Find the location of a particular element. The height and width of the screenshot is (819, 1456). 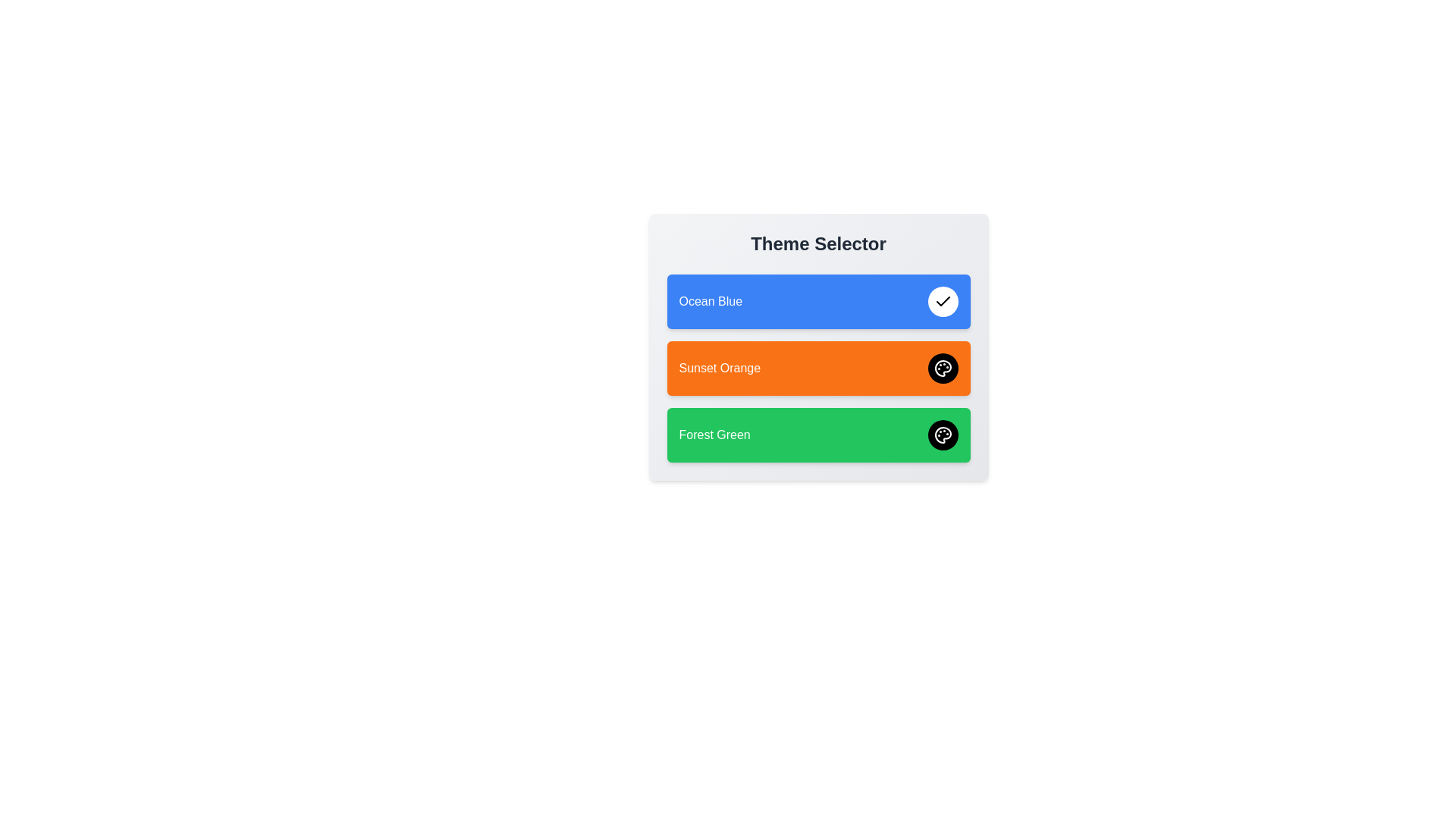

the theme Ocean Blue to inspect its visual representation is located at coordinates (817, 301).